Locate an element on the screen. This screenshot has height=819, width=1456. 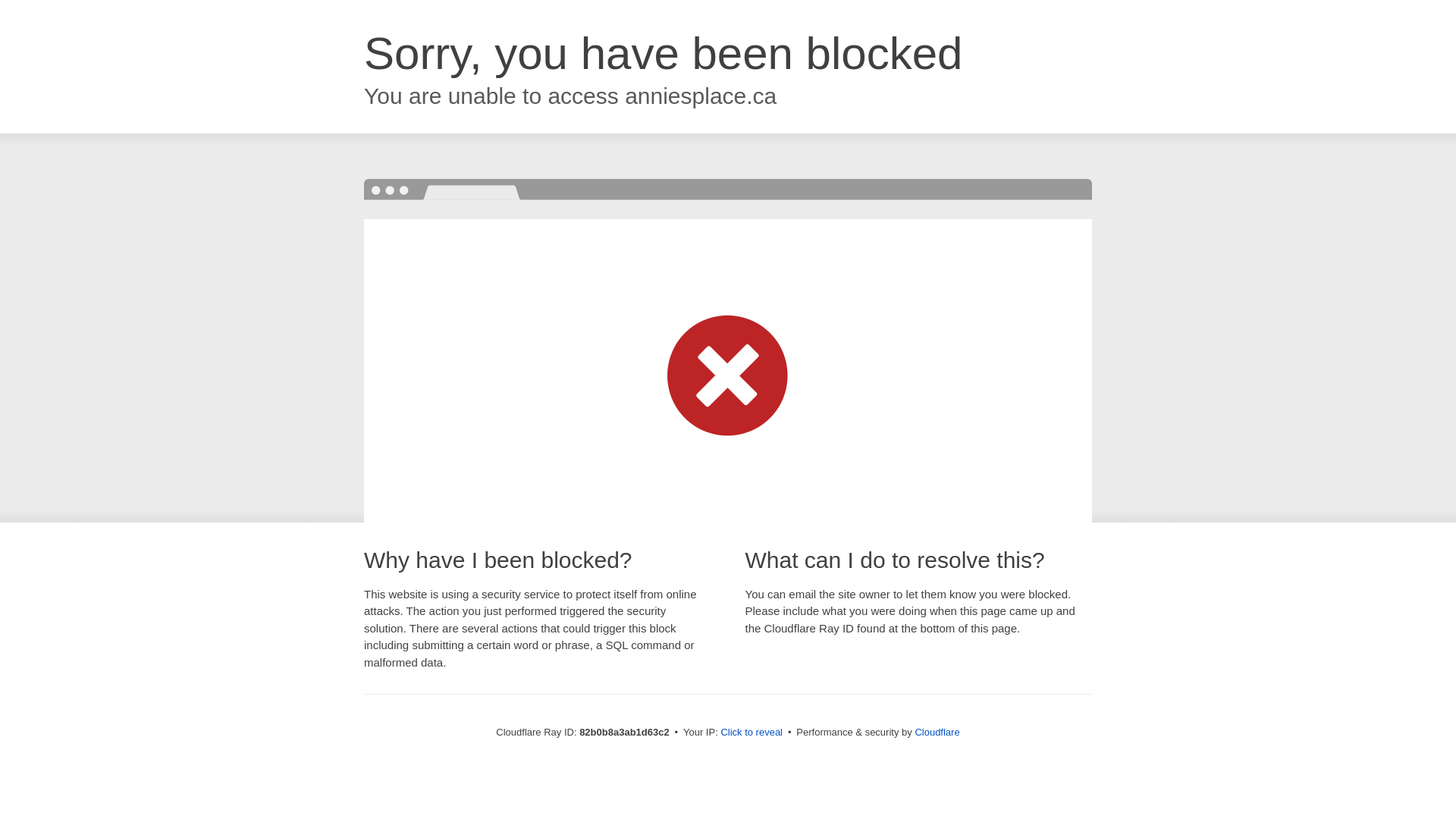
'Cloudflare' is located at coordinates (936, 731).